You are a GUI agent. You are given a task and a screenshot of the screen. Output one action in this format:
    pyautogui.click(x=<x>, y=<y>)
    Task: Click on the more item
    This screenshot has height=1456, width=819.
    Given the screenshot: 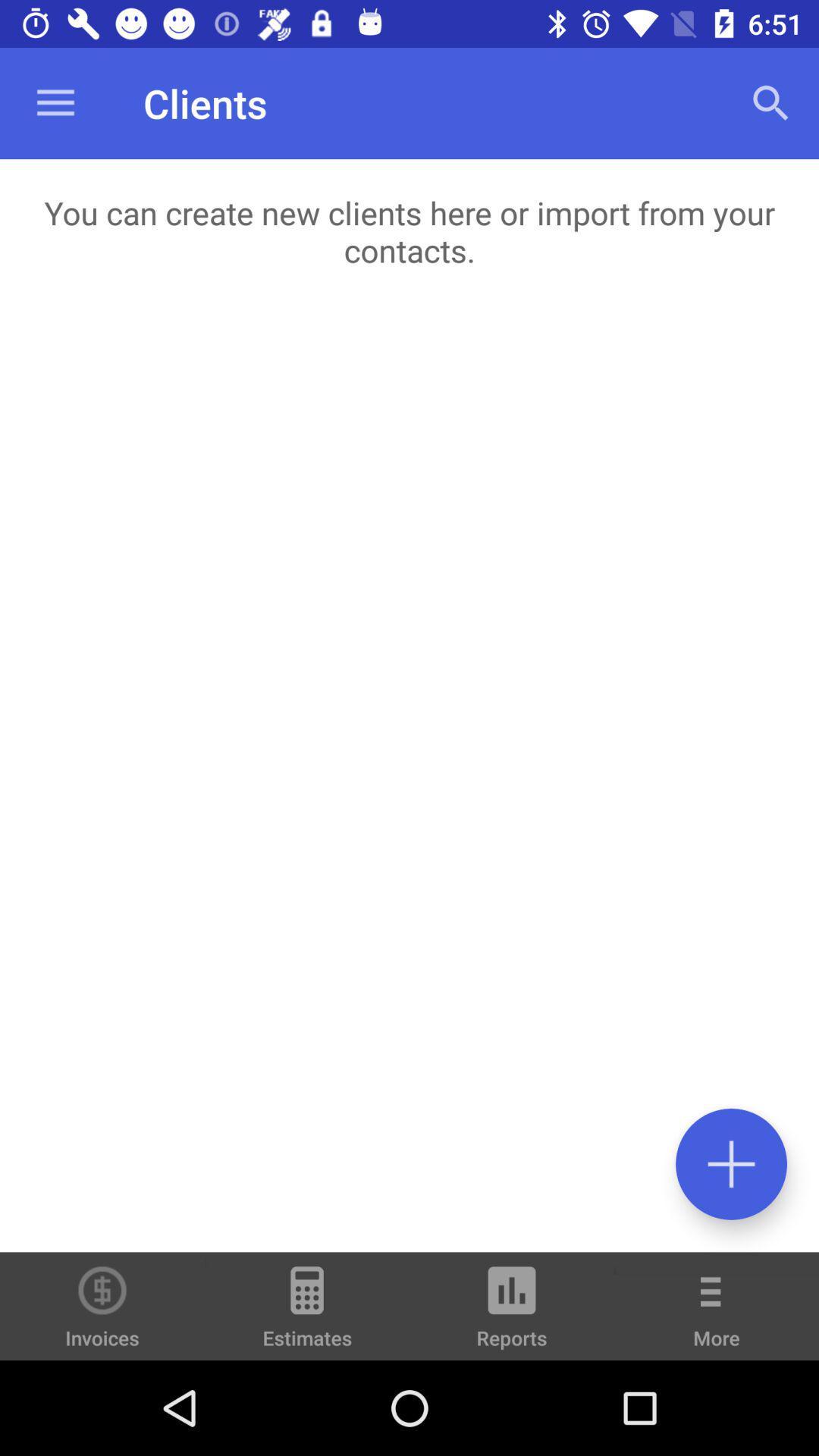 What is the action you would take?
    pyautogui.click(x=717, y=1316)
    